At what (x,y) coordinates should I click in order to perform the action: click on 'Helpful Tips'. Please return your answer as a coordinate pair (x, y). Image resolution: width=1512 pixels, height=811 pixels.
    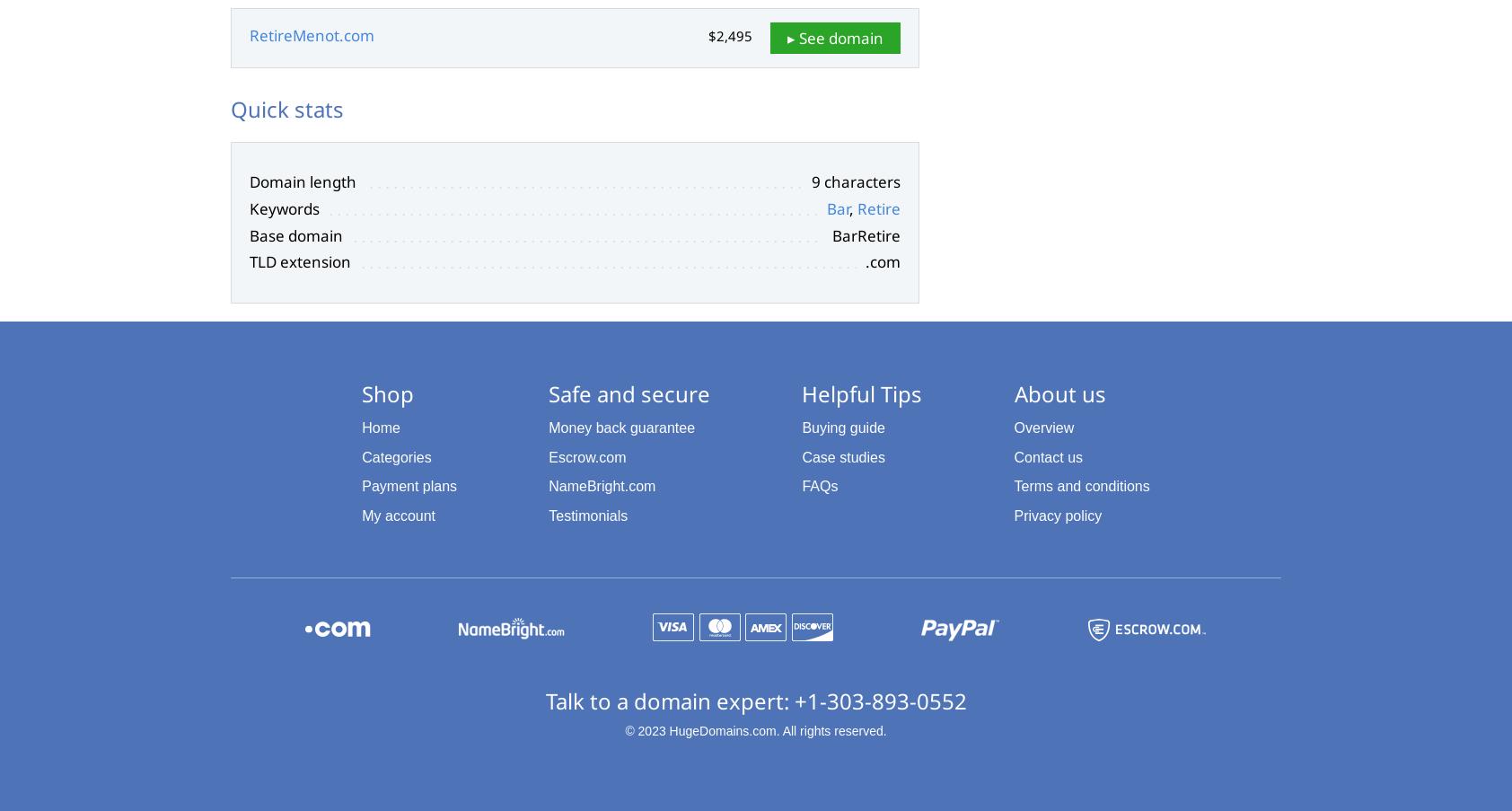
    Looking at the image, I should click on (861, 392).